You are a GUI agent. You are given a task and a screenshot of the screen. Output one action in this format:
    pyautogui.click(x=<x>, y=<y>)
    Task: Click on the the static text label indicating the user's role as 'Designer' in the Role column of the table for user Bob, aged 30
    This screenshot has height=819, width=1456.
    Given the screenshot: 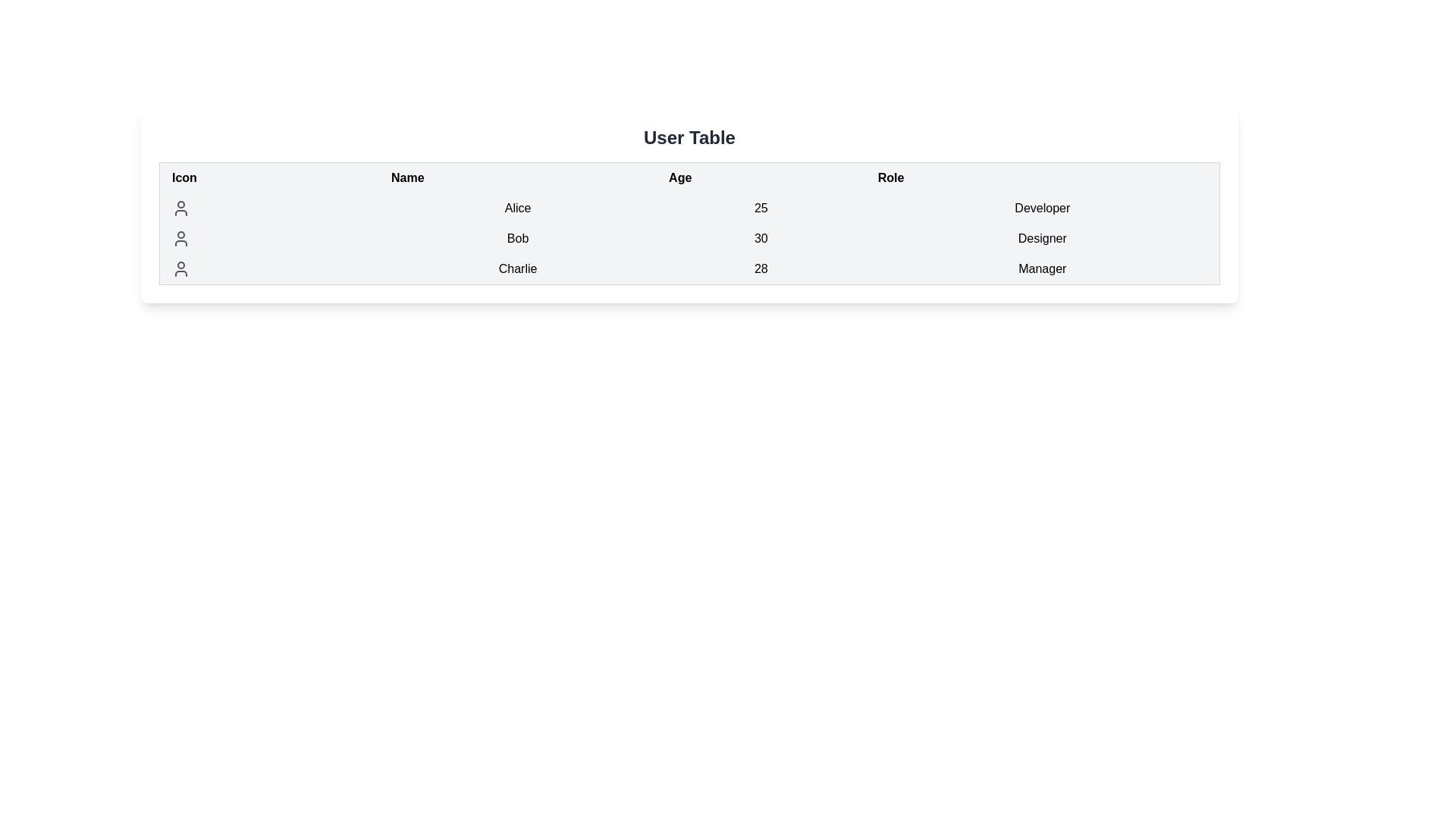 What is the action you would take?
    pyautogui.click(x=1042, y=239)
    